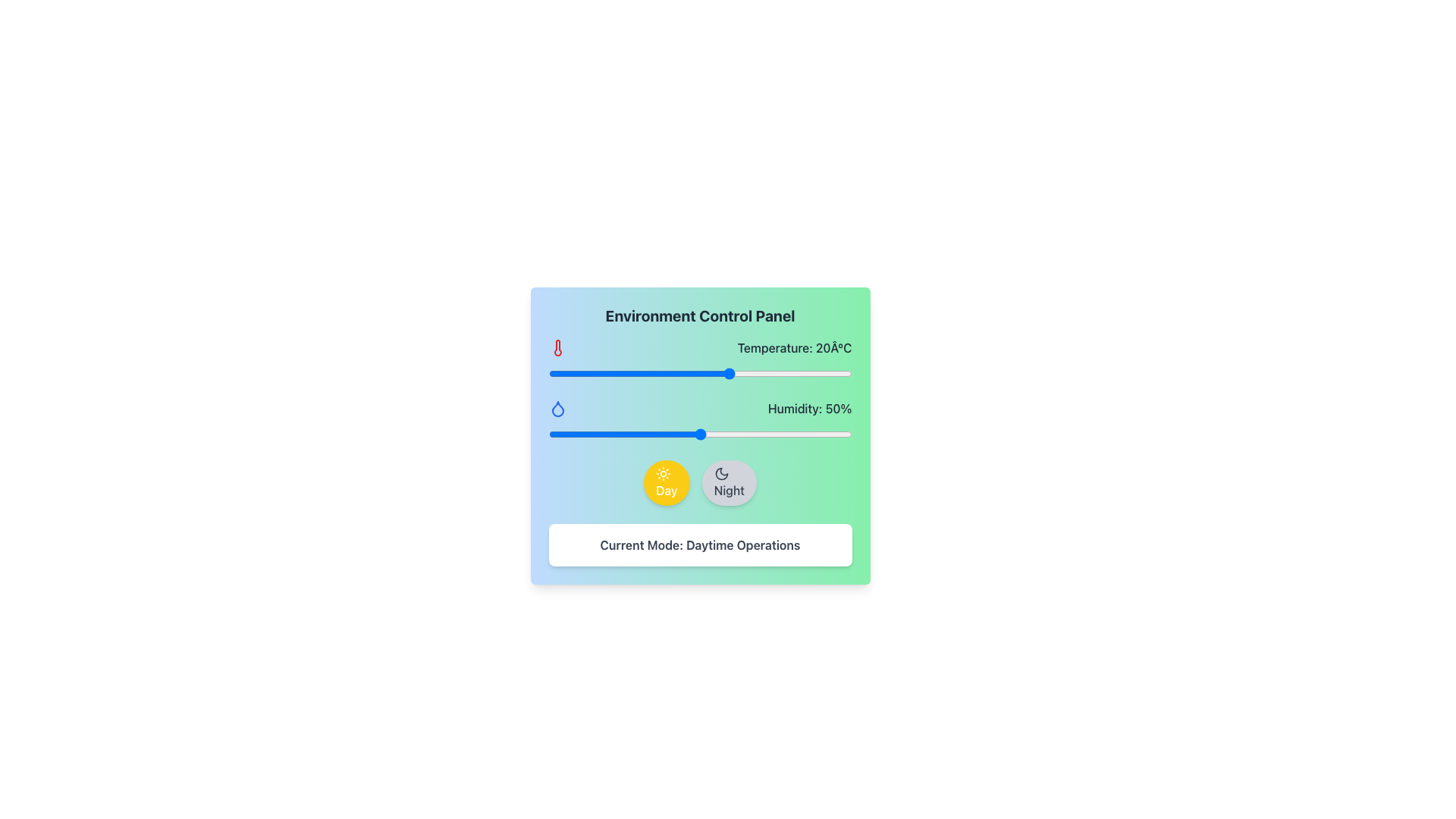 Image resolution: width=1456 pixels, height=819 pixels. What do you see at coordinates (699, 544) in the screenshot?
I see `the text label displaying 'Current Mode: Daytime Operations' which is centered at the bottom of the white rectangular card` at bounding box center [699, 544].